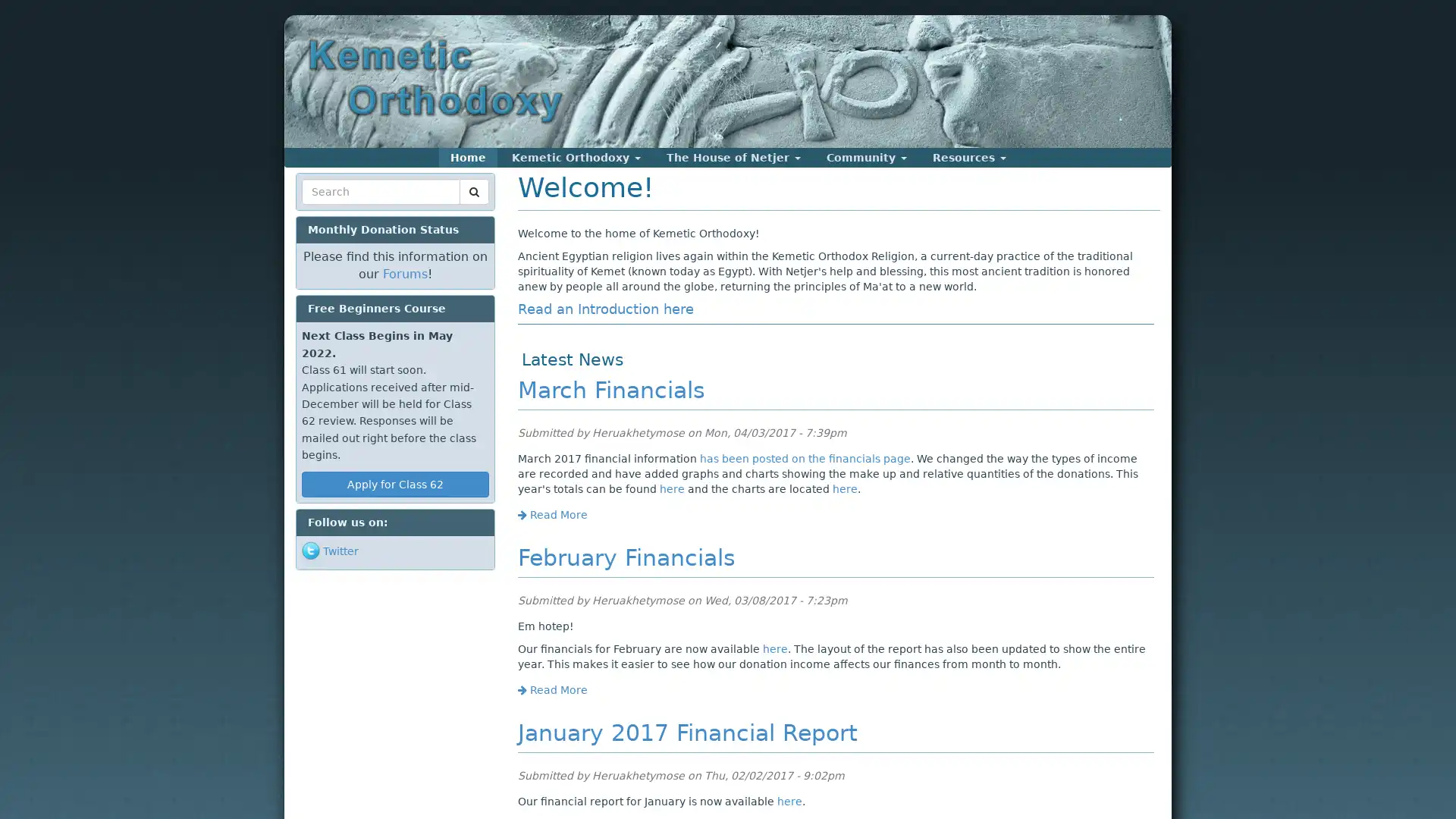 Image resolution: width=1456 pixels, height=819 pixels. What do you see at coordinates (330, 210) in the screenshot?
I see `Search` at bounding box center [330, 210].